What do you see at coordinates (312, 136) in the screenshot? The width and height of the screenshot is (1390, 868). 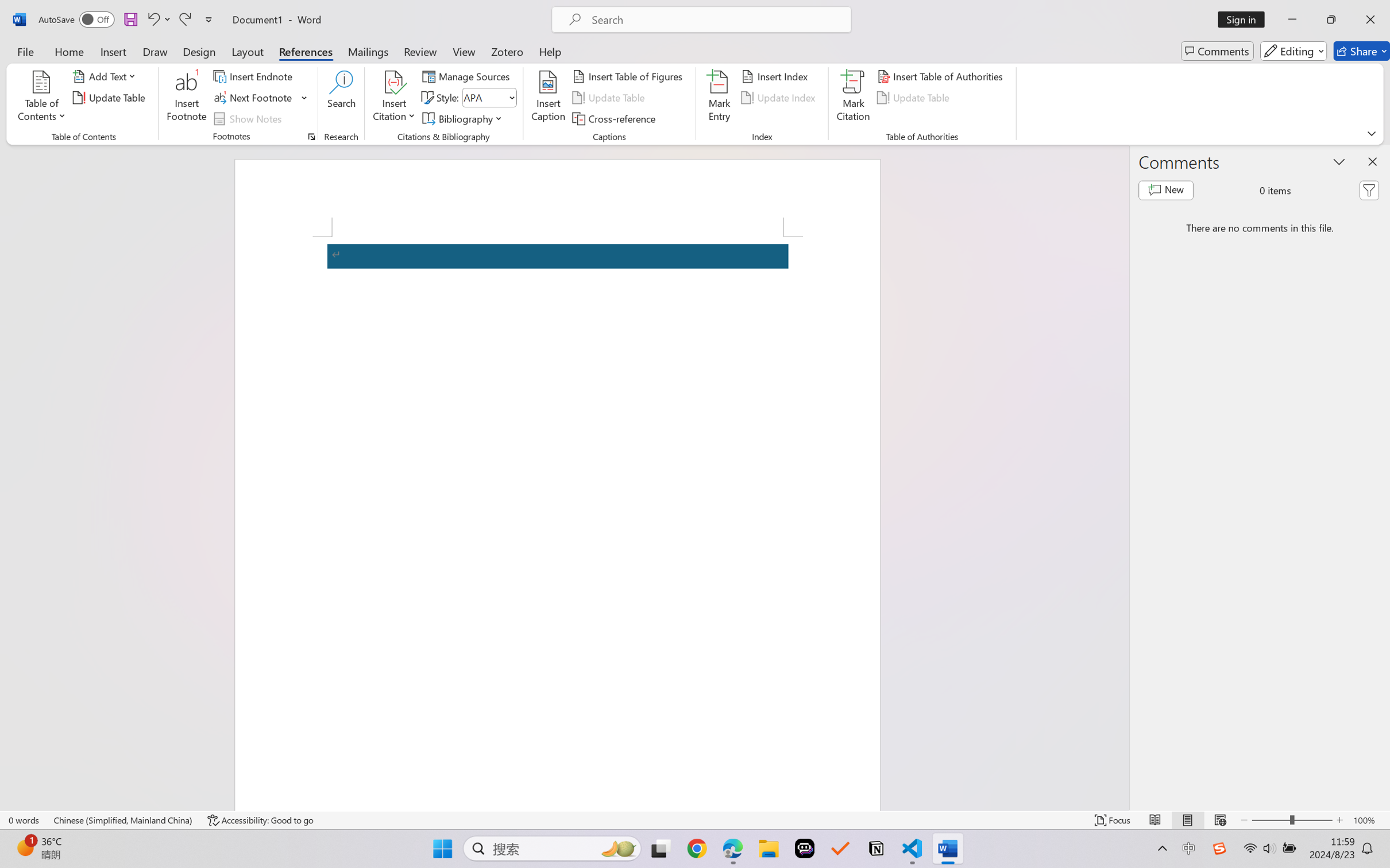 I see `'Footnote and Endnote Dialog...'` at bounding box center [312, 136].